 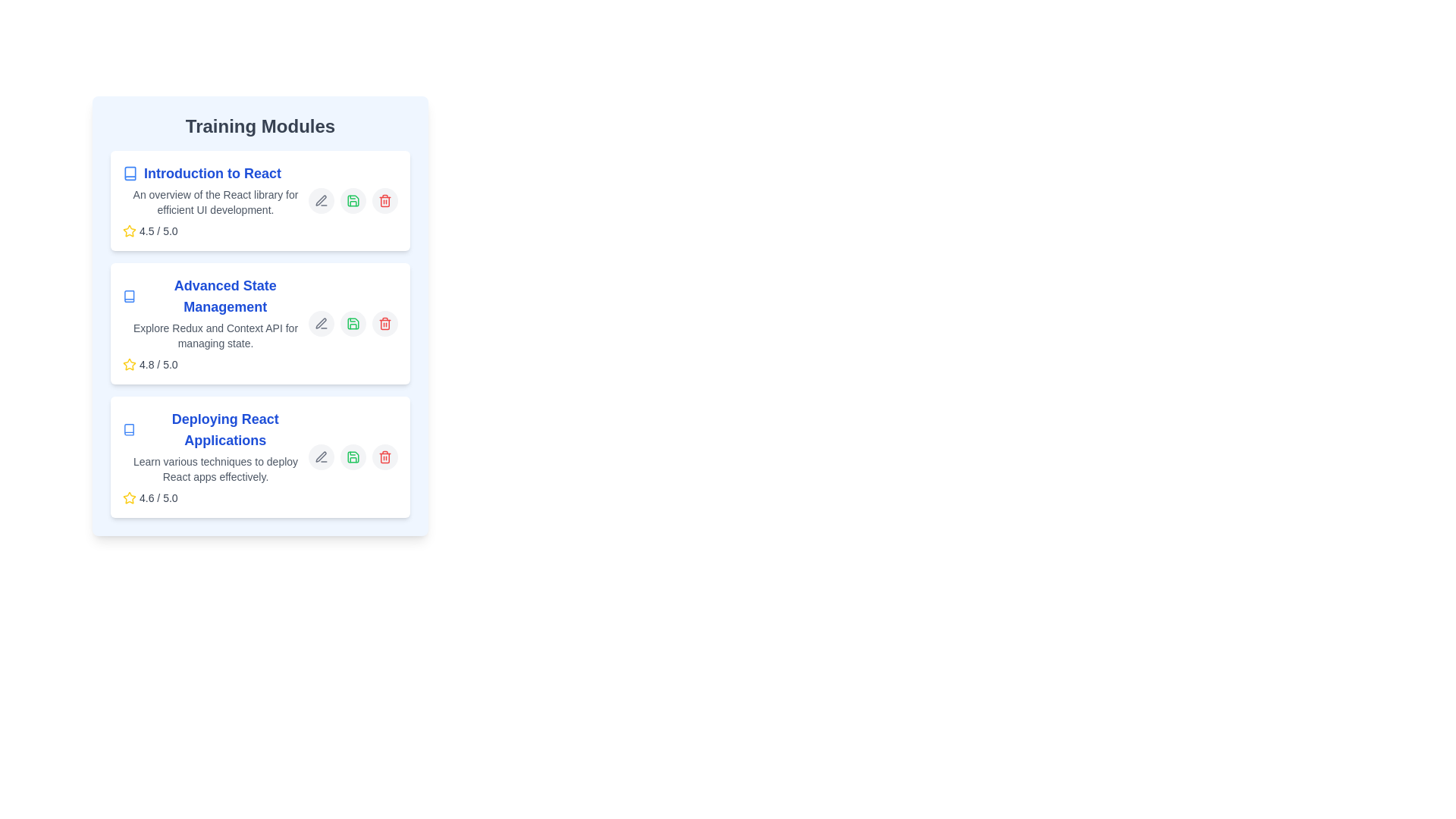 I want to click on the small blue book-shaped icon located to the immediate left of the text 'Deploying React Applications', so click(x=129, y=430).